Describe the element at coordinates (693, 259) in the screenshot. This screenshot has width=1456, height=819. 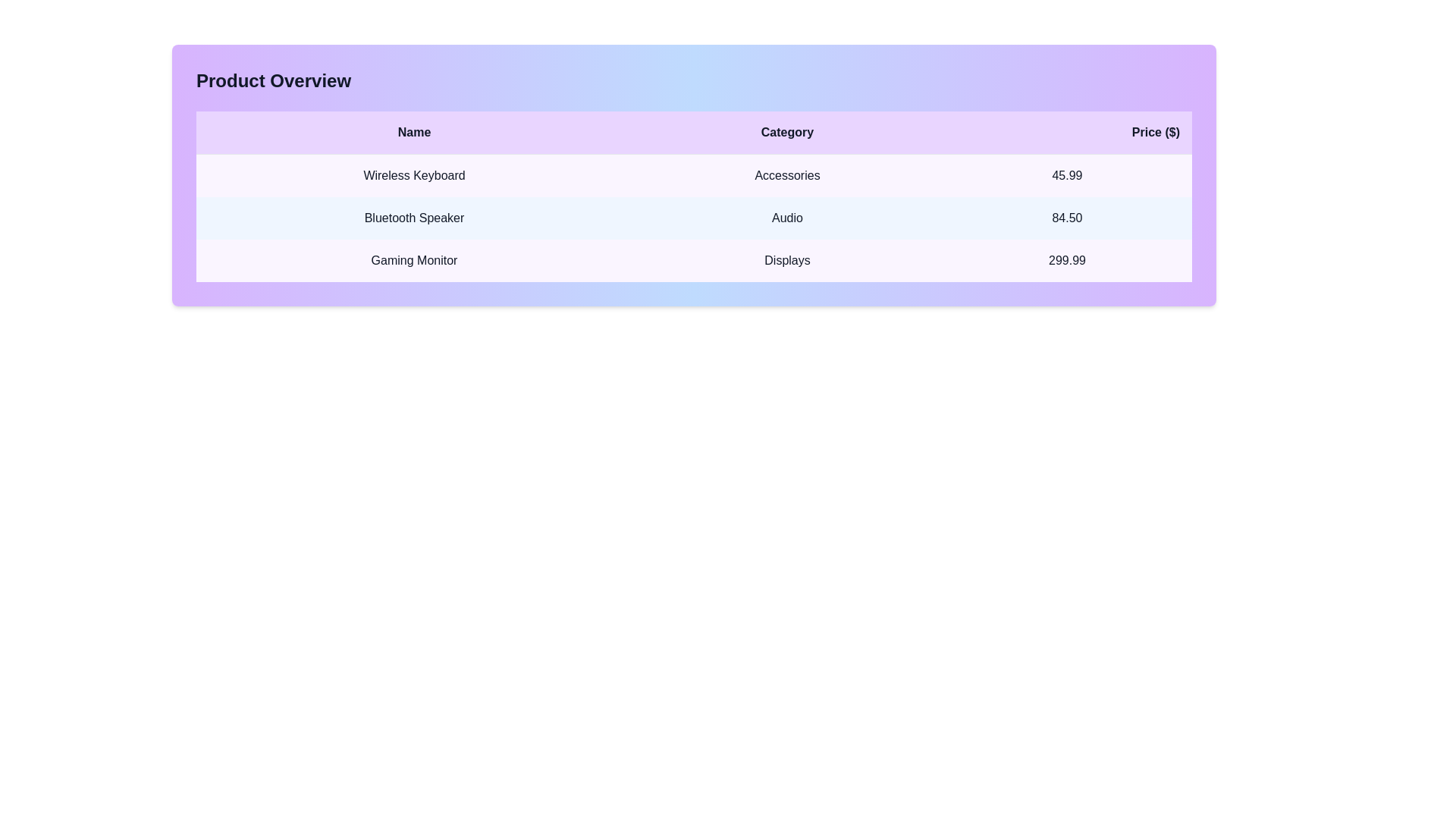
I see `the third row of the table containing 'Gaming Monitor', 'Displays', and '299.99' for more details if interactive` at that location.